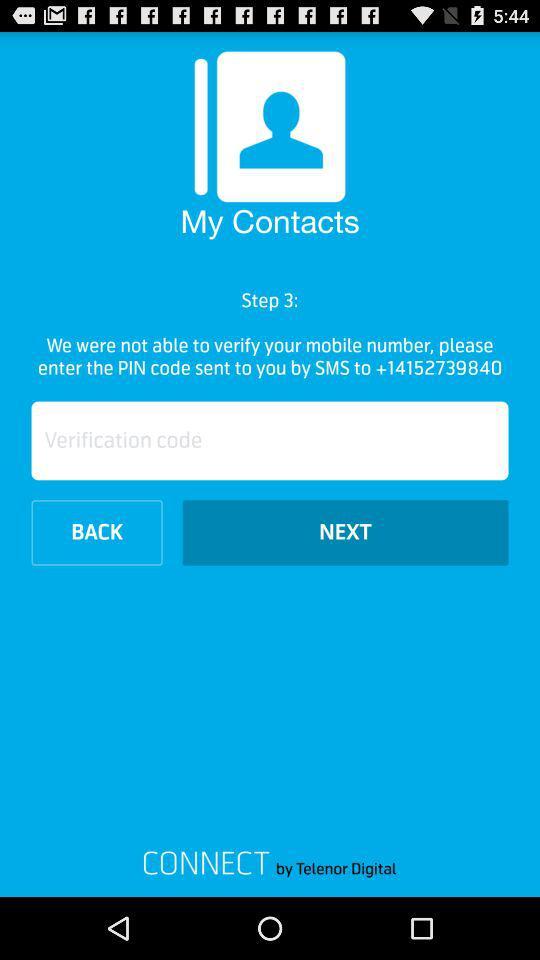 The image size is (540, 960). Describe the element at coordinates (270, 440) in the screenshot. I see `verification code` at that location.